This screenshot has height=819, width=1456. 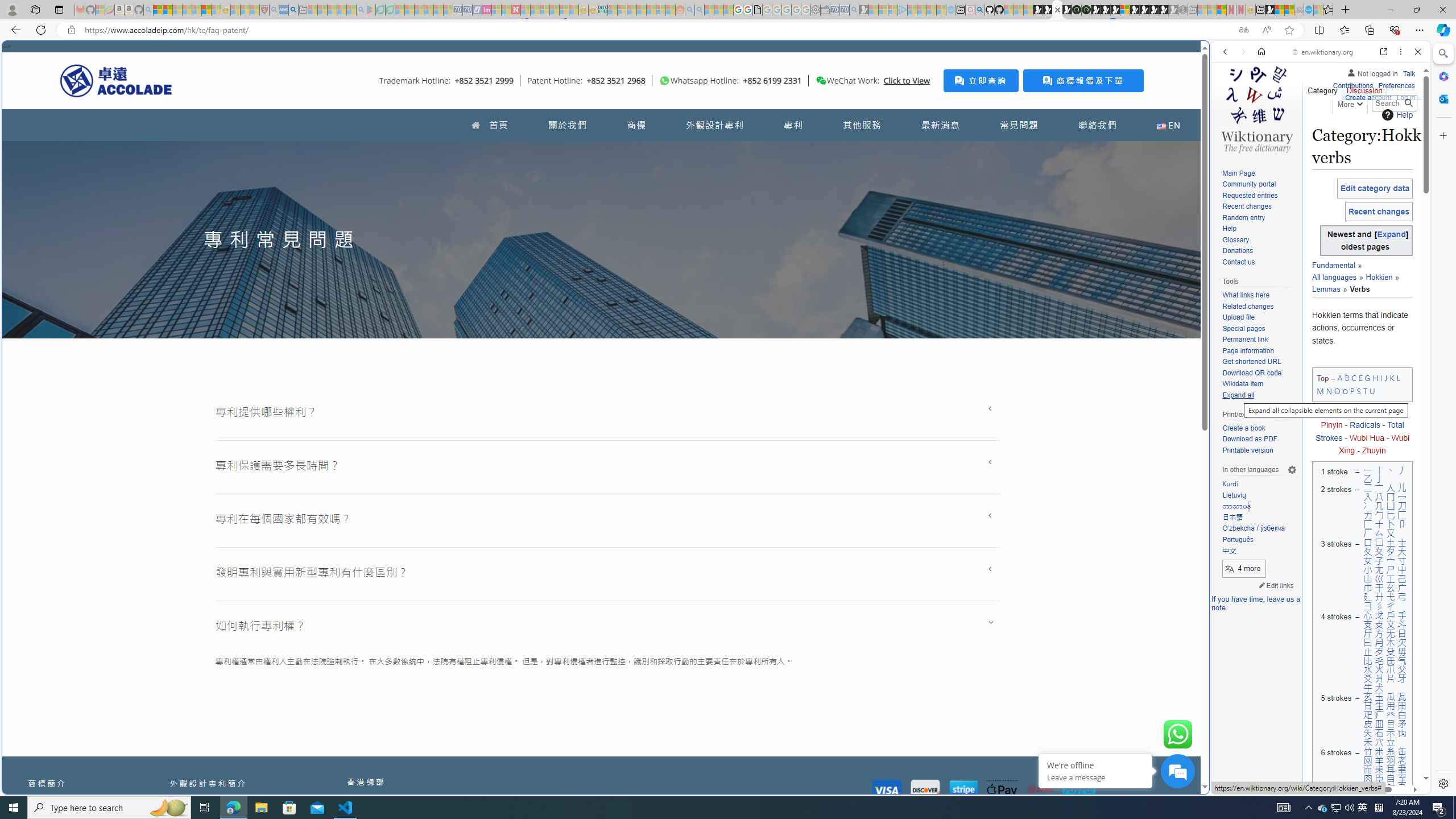 I want to click on 'Printable version', so click(x=1247, y=449).